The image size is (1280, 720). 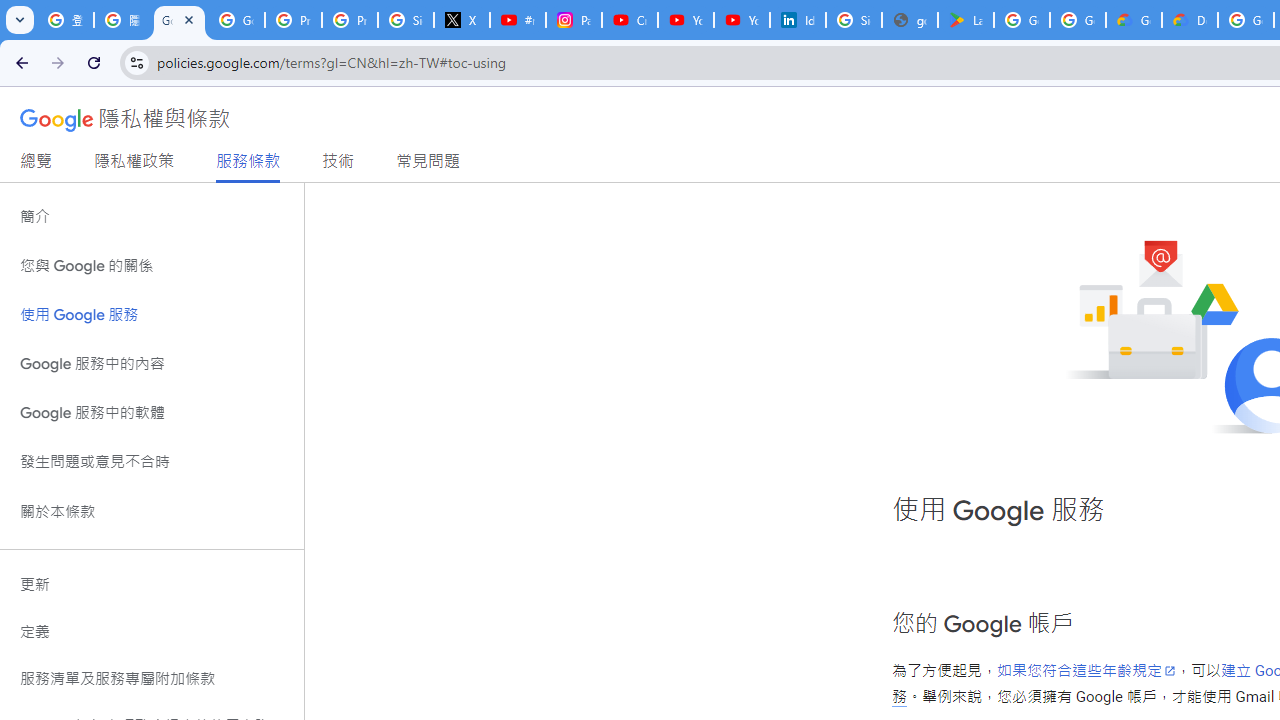 I want to click on '#nbabasketballhighlights - YouTube', so click(x=518, y=20).